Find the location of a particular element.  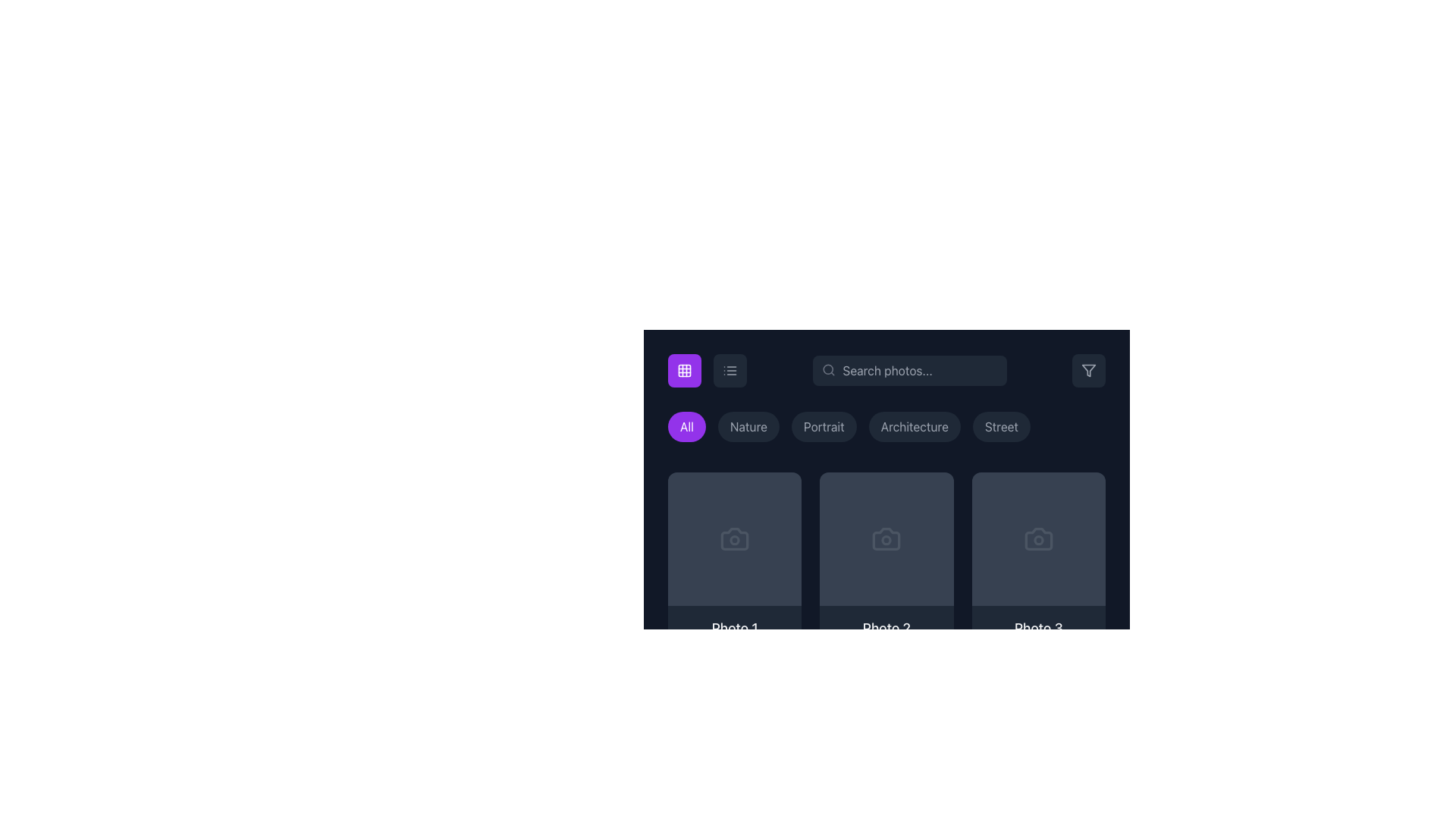

the interactive button for the second photo card in the gallery is located at coordinates (846, 538).